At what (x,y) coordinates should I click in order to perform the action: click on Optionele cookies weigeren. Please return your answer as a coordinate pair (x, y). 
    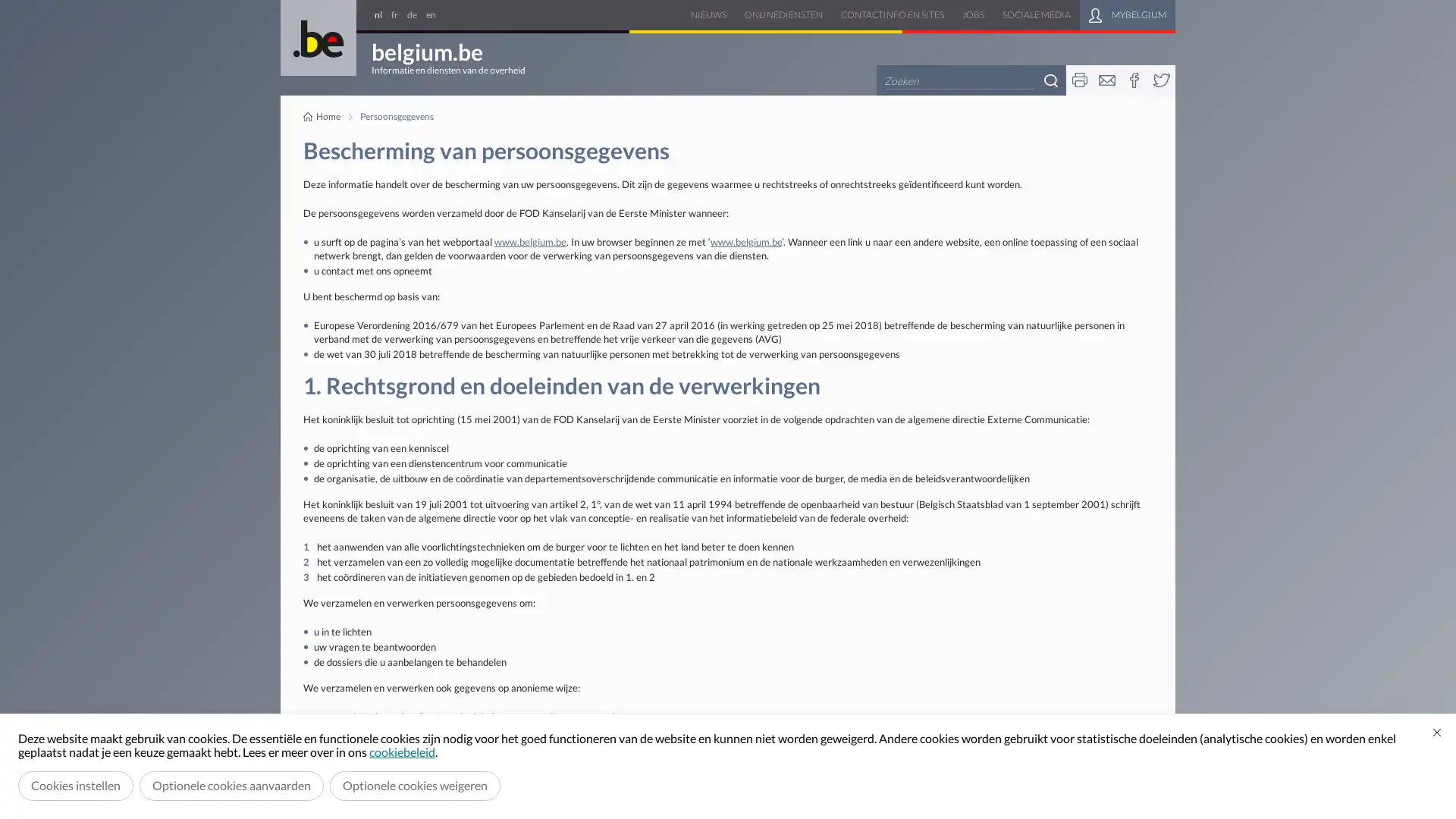
    Looking at the image, I should click on (415, 785).